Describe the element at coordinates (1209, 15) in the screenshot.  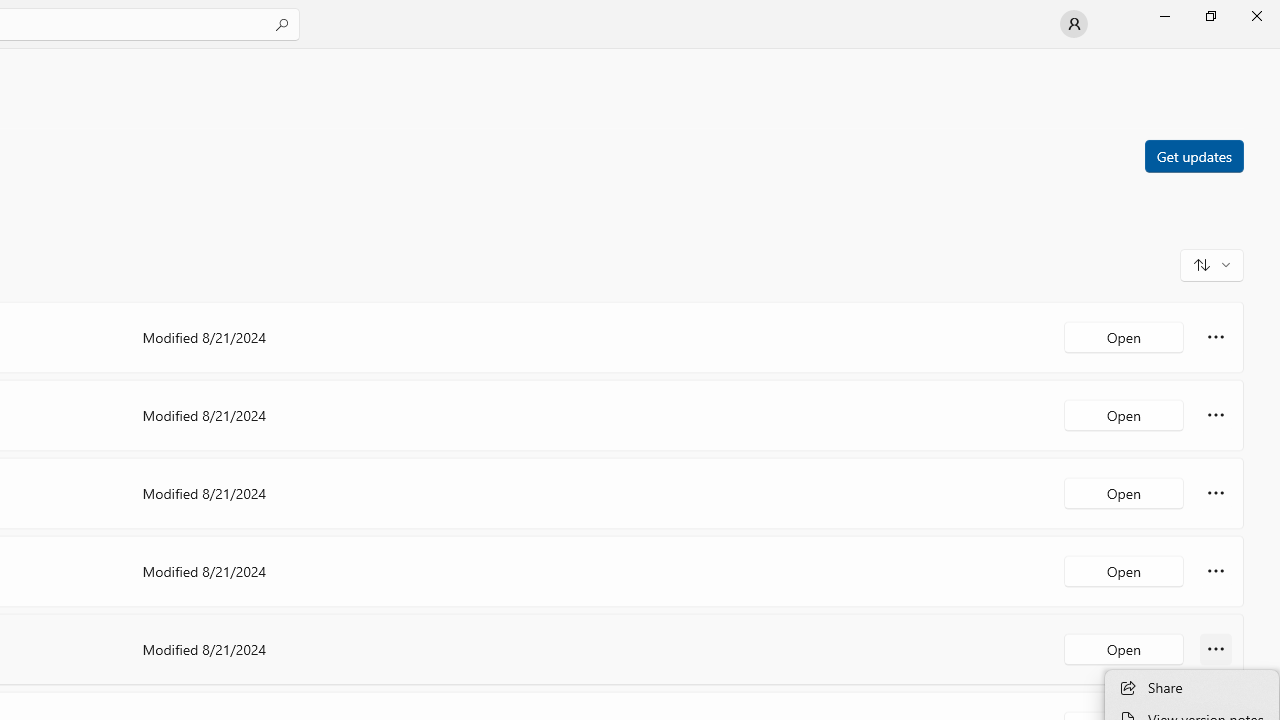
I see `'Restore Microsoft Store'` at that location.